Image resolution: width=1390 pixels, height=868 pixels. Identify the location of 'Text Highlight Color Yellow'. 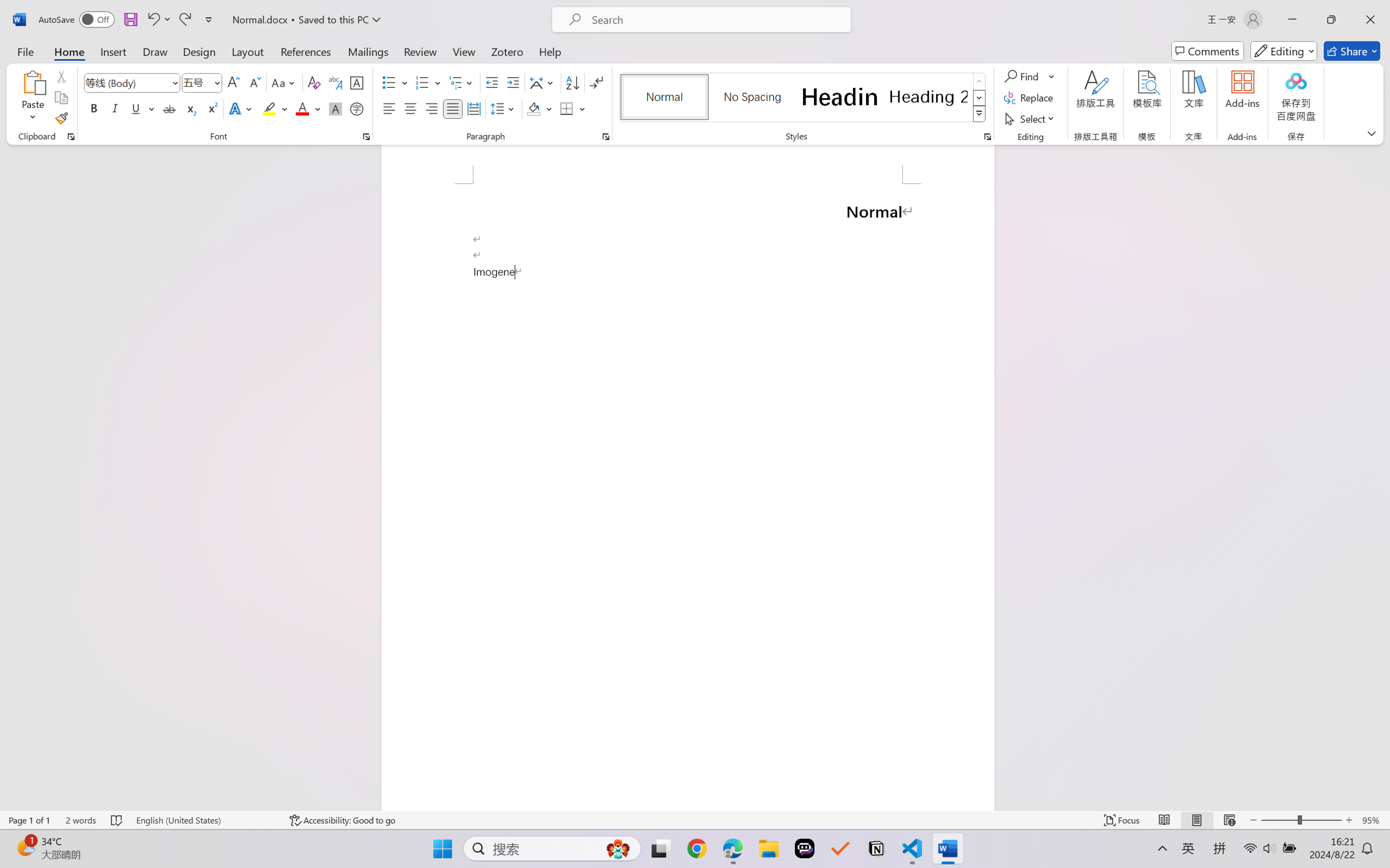
(269, 108).